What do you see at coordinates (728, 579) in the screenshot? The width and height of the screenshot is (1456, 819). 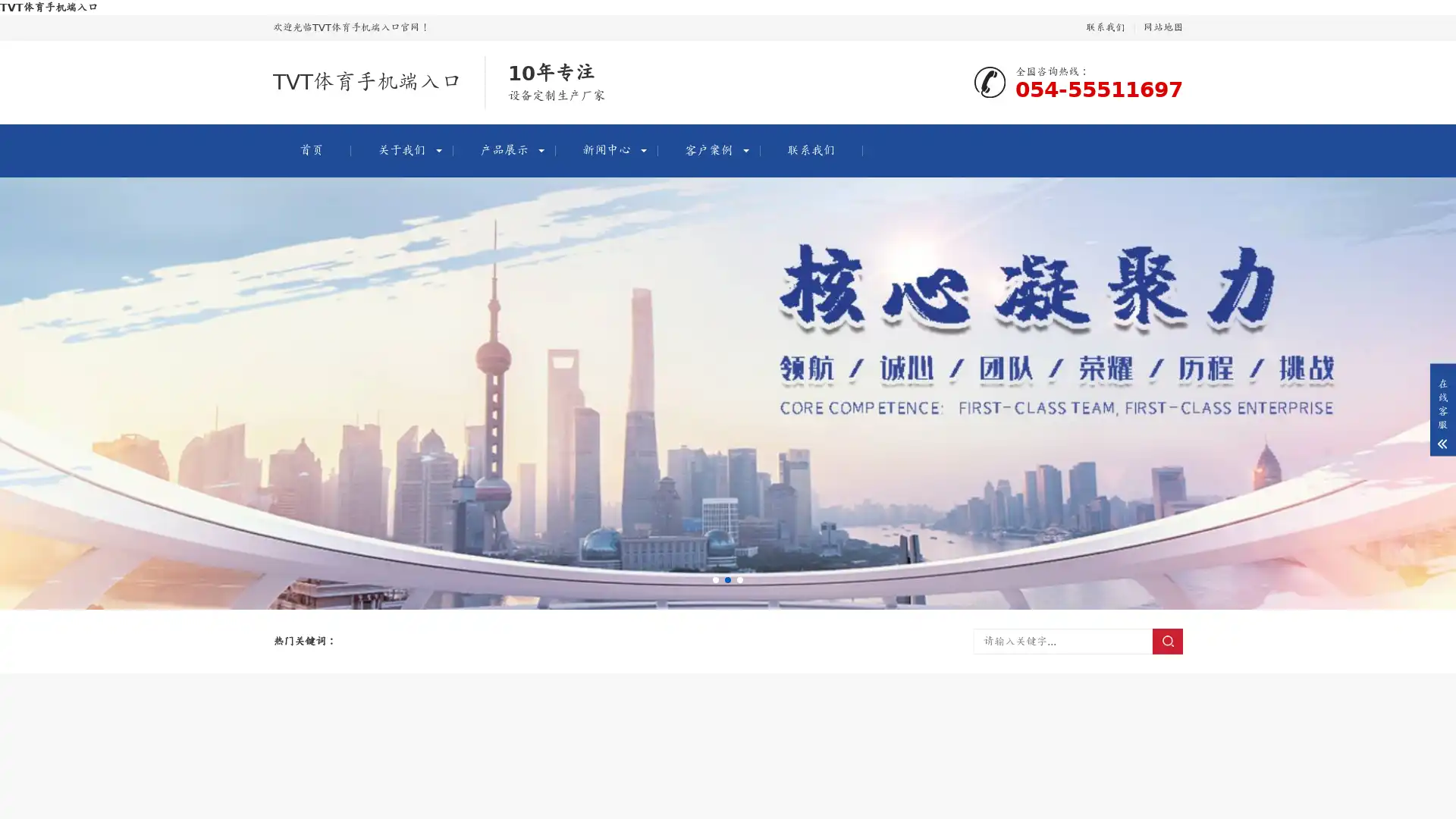 I see `Go to slide 2` at bounding box center [728, 579].